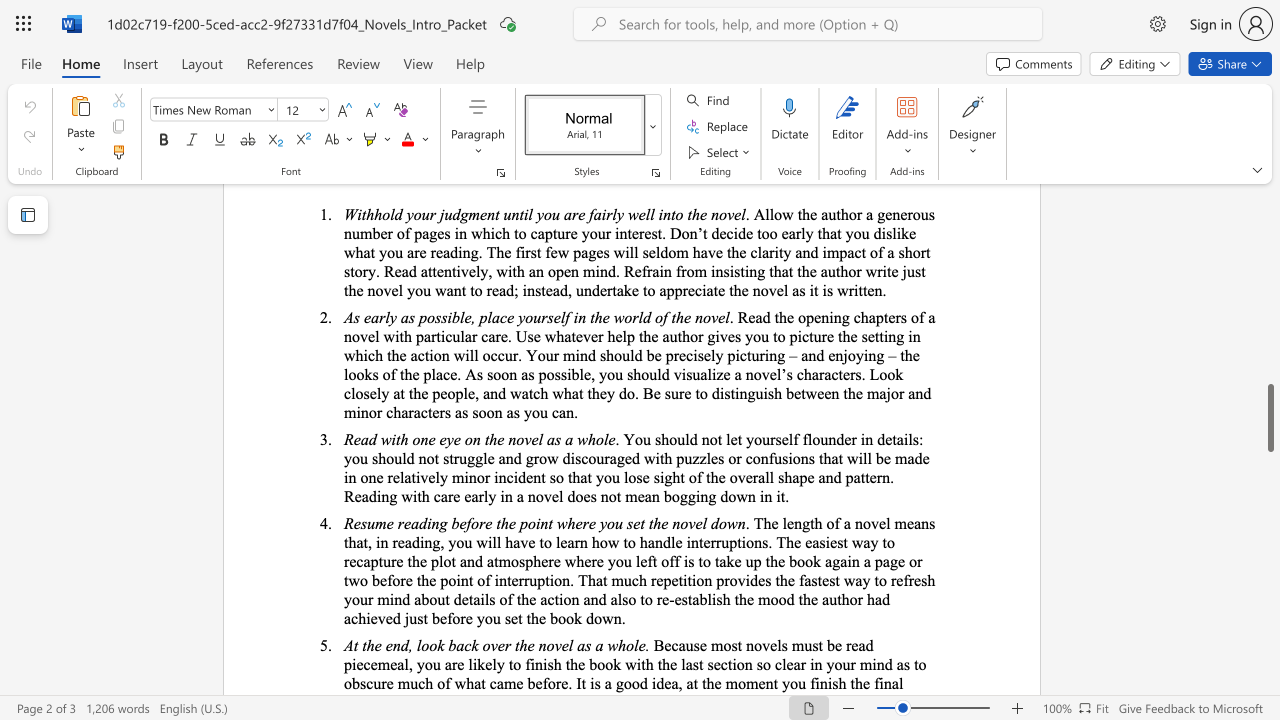  I want to click on the subset text "do" within the text "Resume reading before the point where you set the novel down", so click(711, 522).